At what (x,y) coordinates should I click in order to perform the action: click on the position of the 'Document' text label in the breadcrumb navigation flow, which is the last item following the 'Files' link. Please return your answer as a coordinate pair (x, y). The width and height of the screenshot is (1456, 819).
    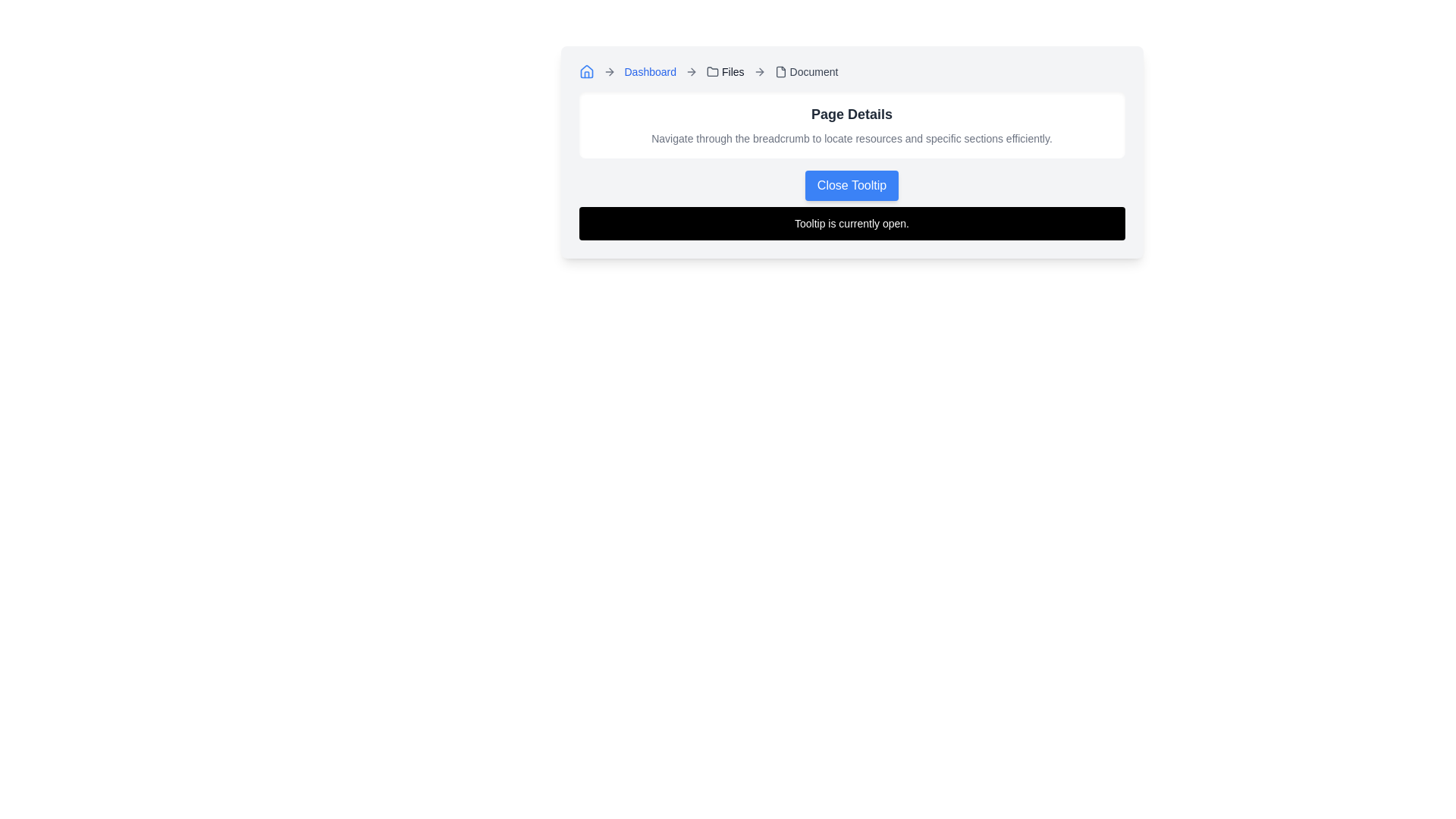
    Looking at the image, I should click on (813, 72).